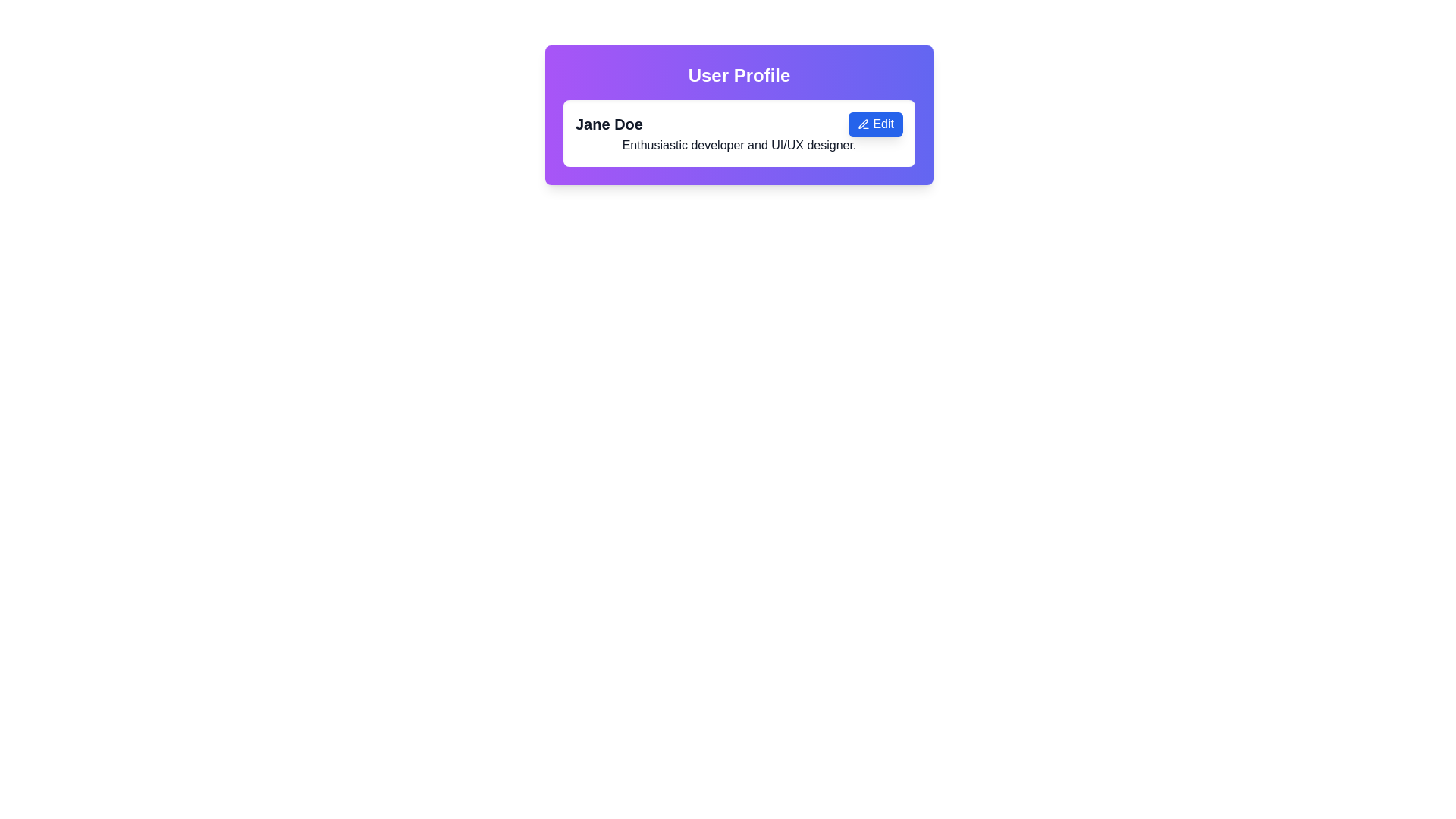 The width and height of the screenshot is (1456, 819). I want to click on the blue pen-like icon within the 'Edit' button located adjacent to the 'Jane Doe' text label in the 'User Profile' card component, so click(864, 124).